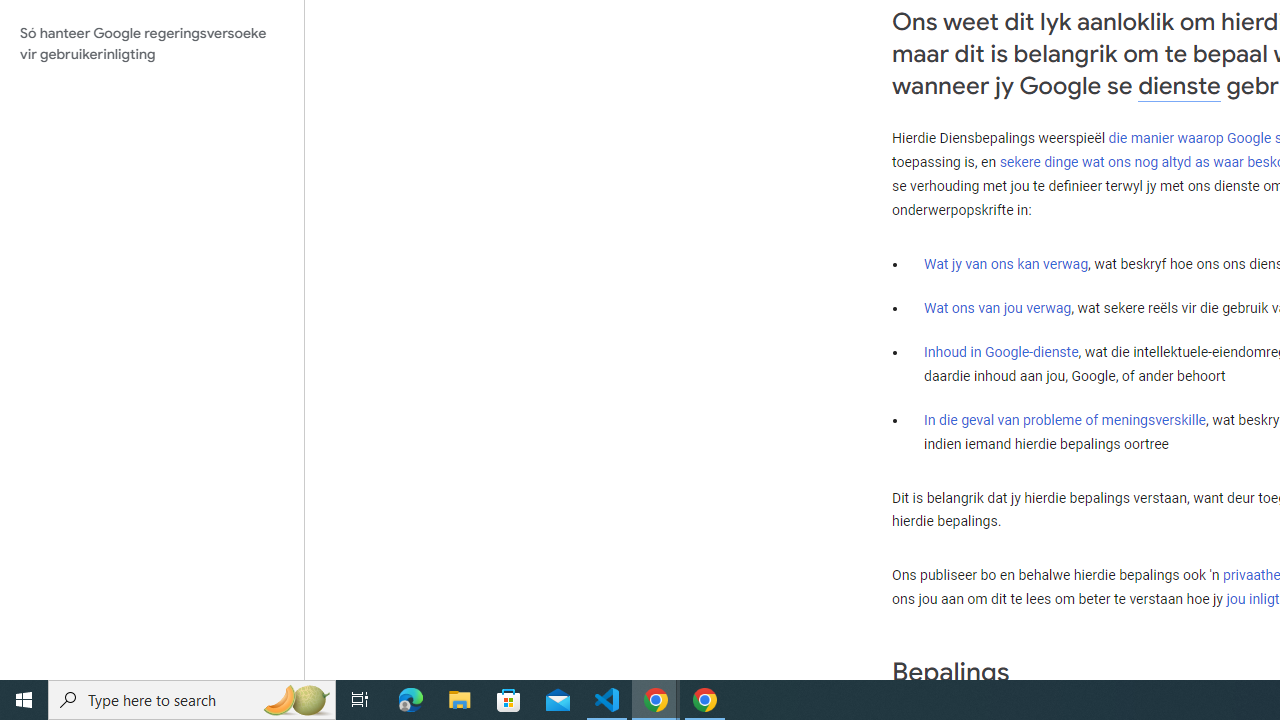  Describe the element at coordinates (1006, 262) in the screenshot. I see `'Wat jy van ons kan verwag'` at that location.